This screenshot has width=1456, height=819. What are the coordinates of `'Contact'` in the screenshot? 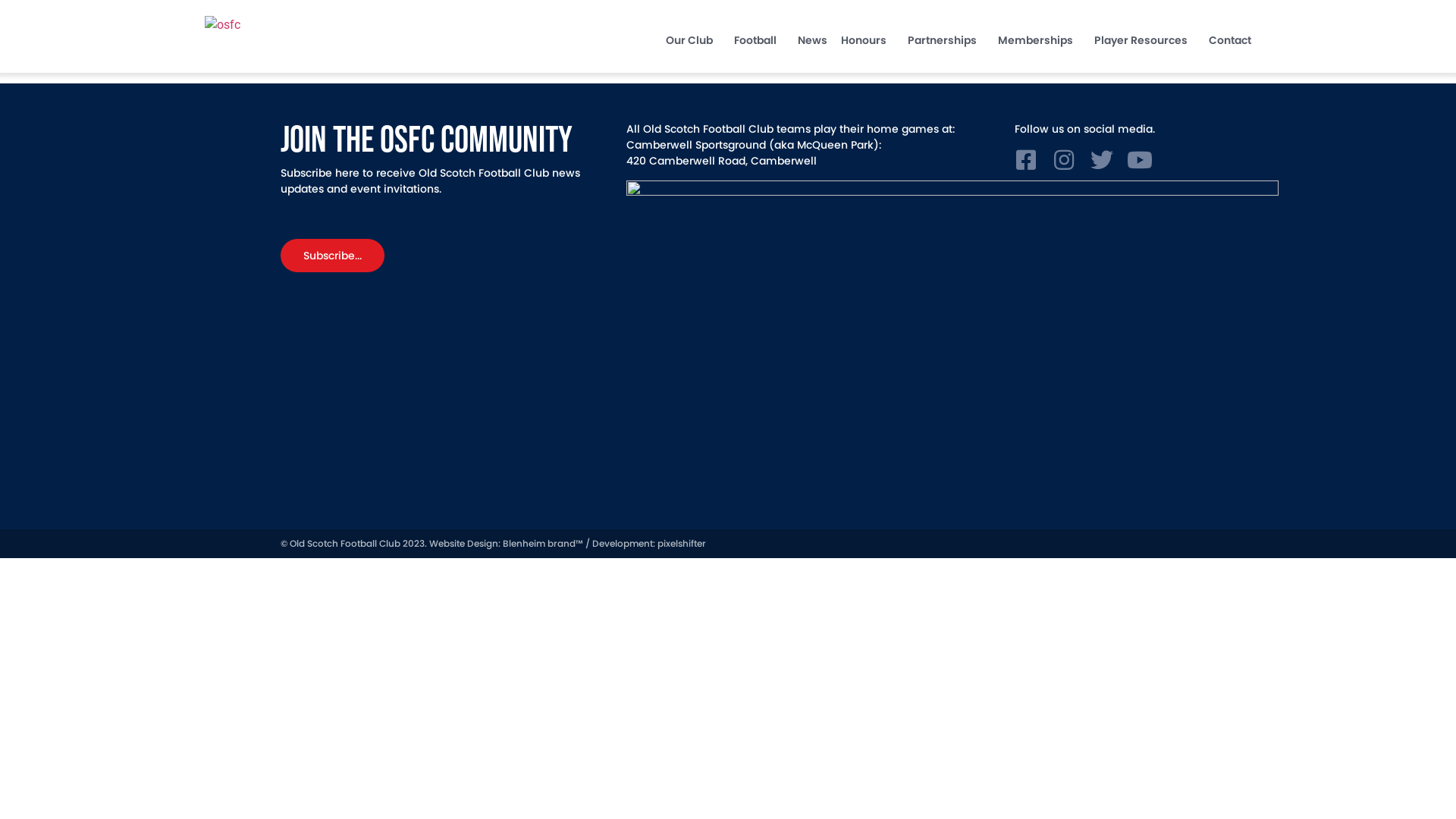 It's located at (1230, 39).